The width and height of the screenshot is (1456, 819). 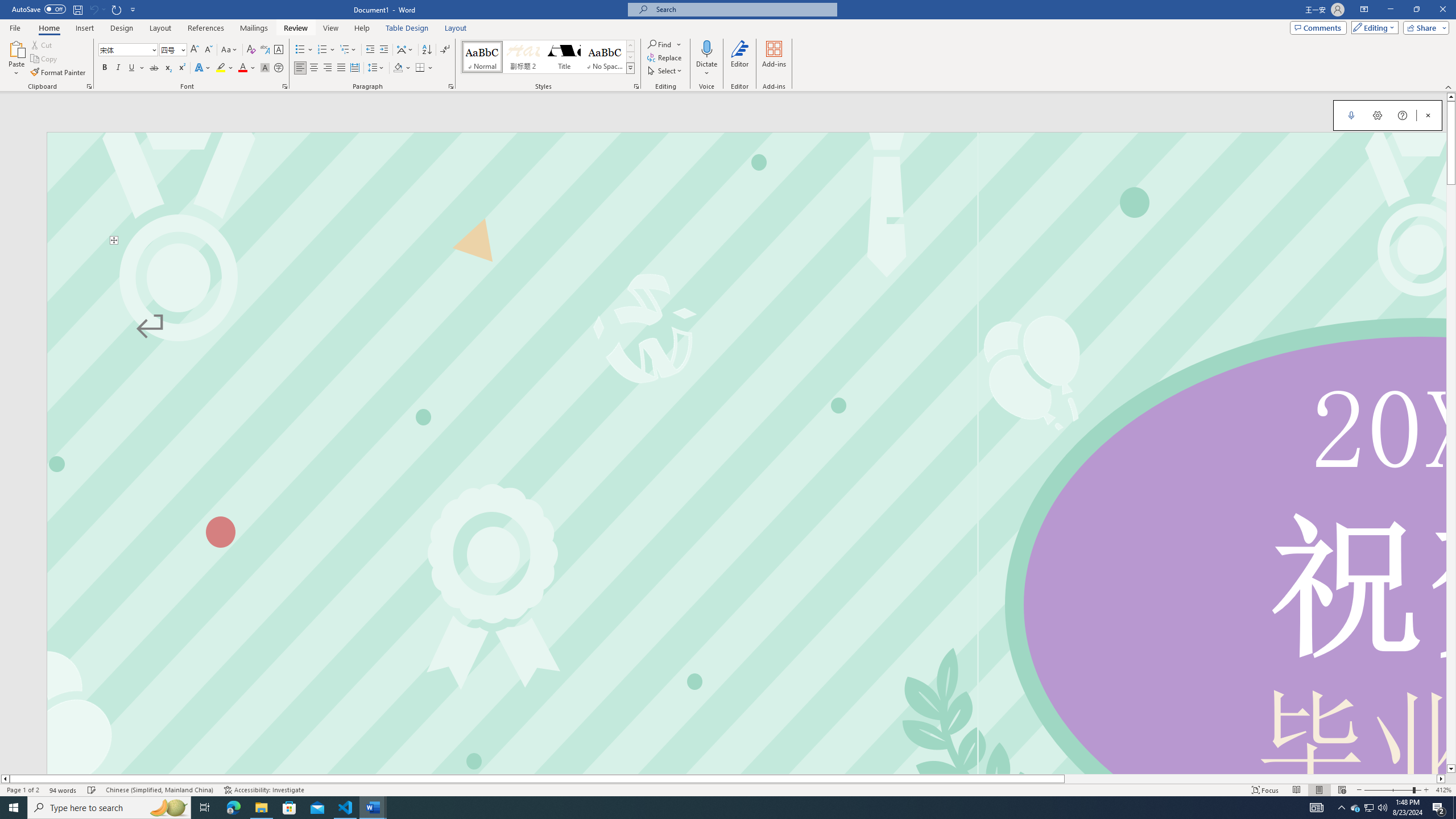 I want to click on 'Font Color', so click(x=246, y=67).